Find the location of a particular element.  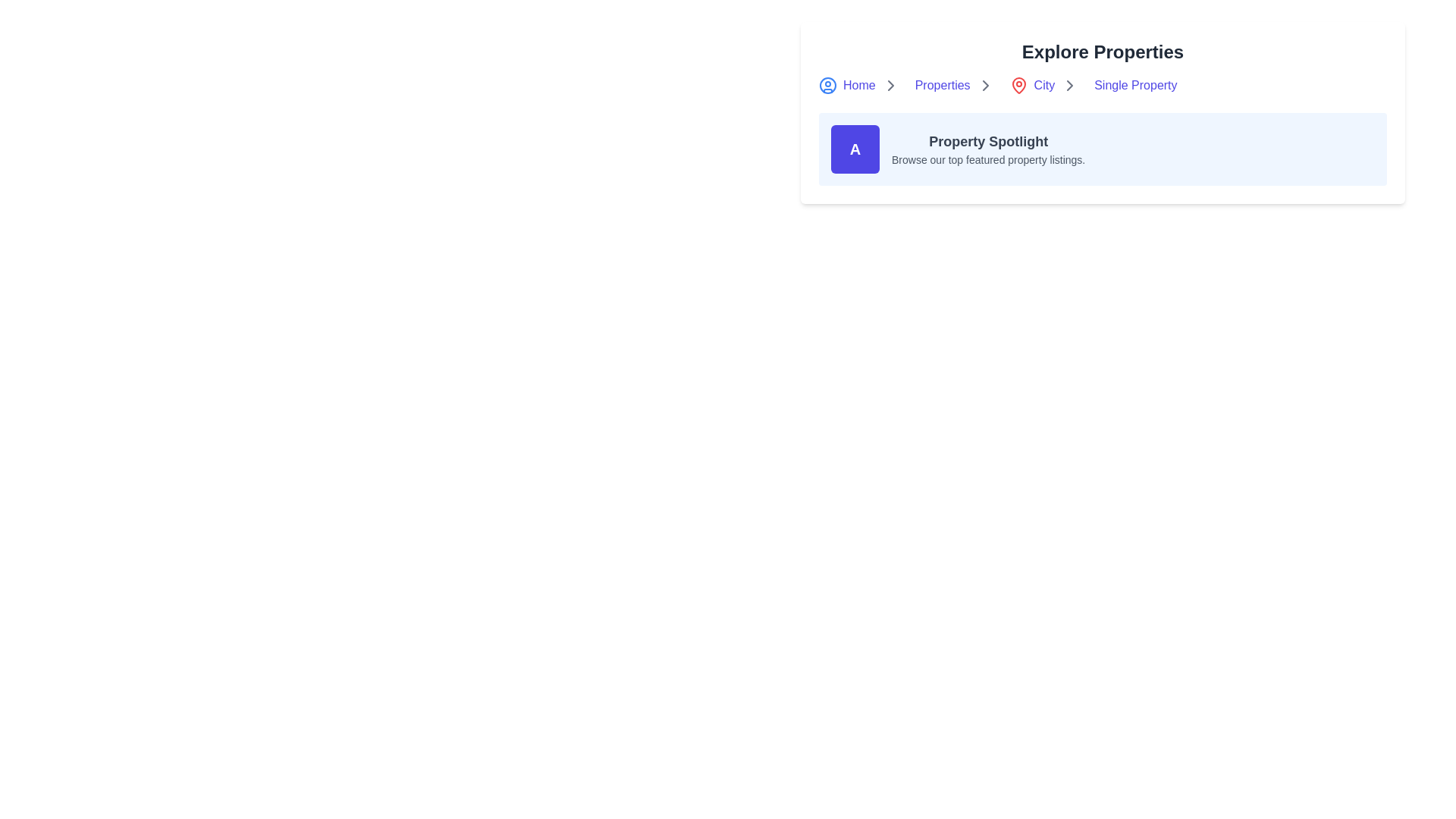

the header text element that introduces the content below, located at the top-center of the section is located at coordinates (1103, 52).